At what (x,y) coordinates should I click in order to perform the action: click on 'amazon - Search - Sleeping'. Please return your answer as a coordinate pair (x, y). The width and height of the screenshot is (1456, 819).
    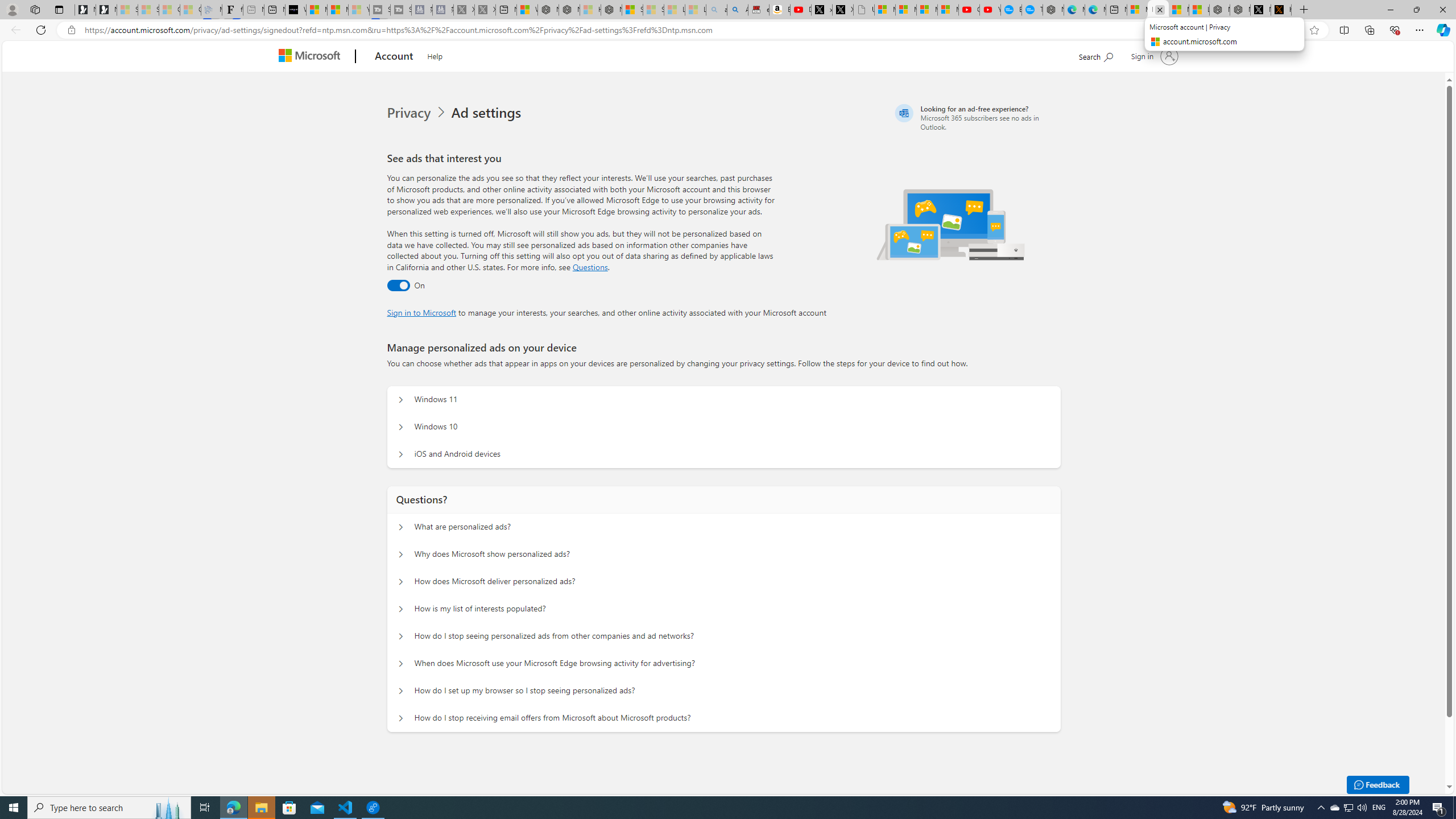
    Looking at the image, I should click on (716, 9).